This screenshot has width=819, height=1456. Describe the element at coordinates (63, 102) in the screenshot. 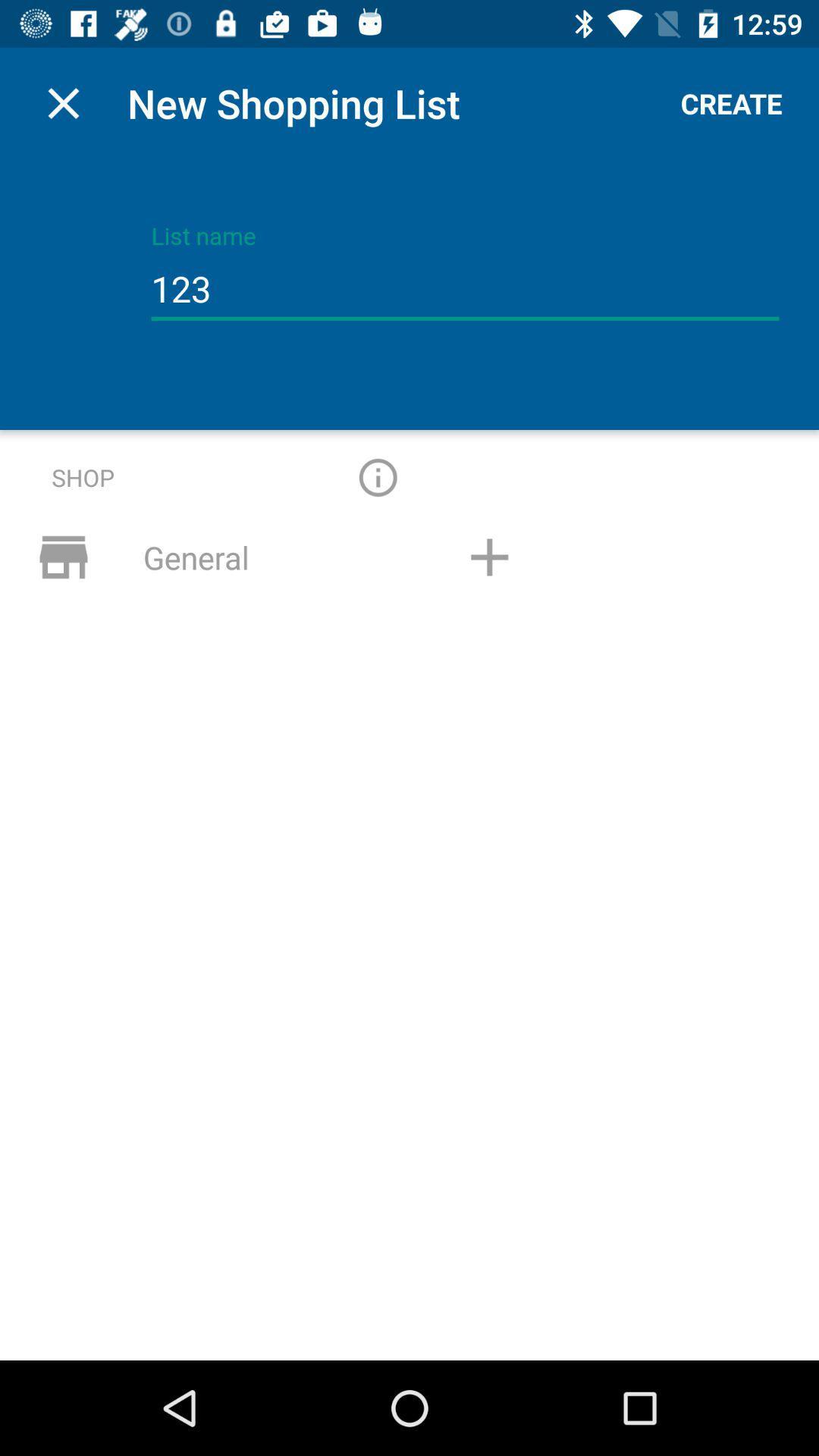

I see `exit shopping list` at that location.